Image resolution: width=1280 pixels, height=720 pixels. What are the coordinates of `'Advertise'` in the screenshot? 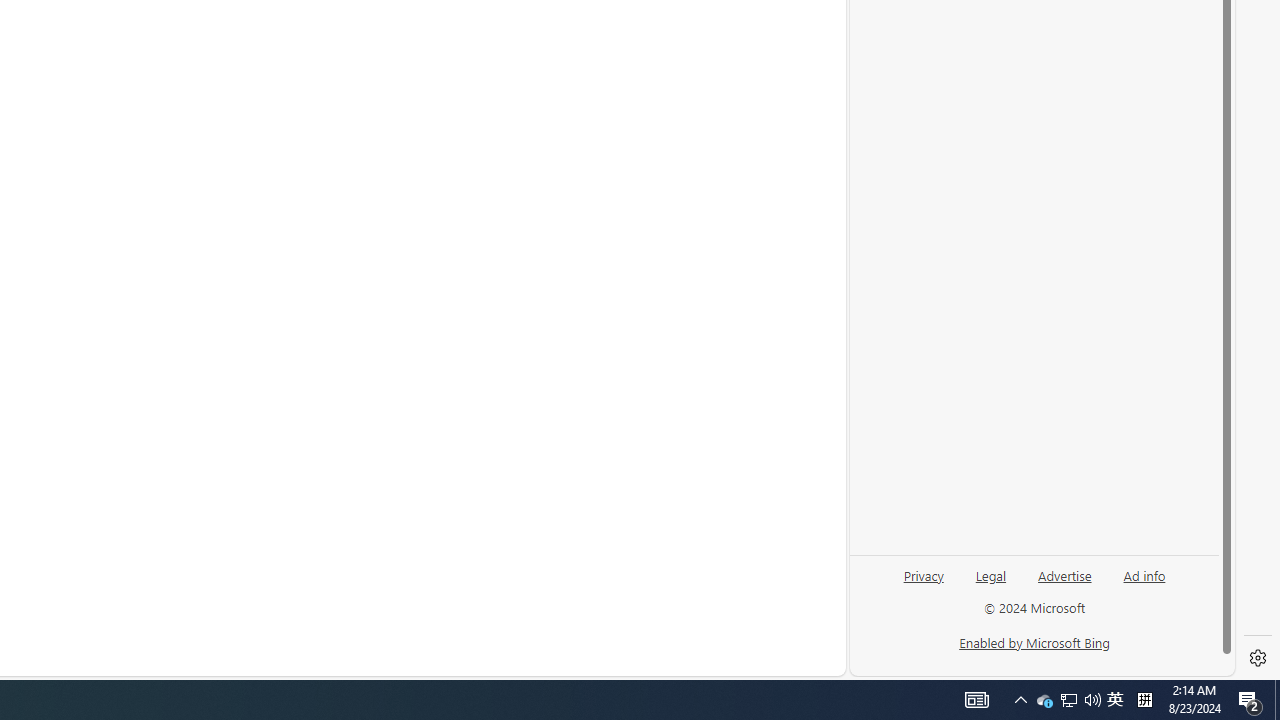 It's located at (1063, 574).